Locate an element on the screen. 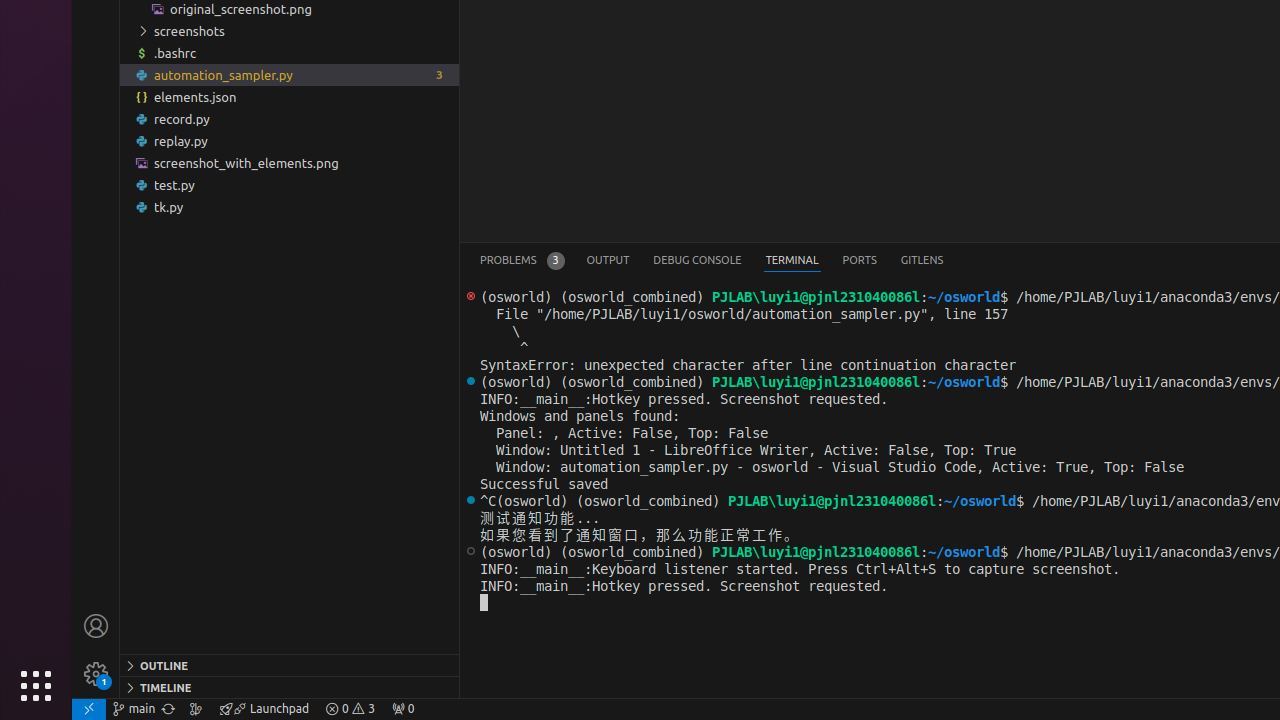 The image size is (1280, 720). 'No Ports Forwarded' is located at coordinates (401, 707).